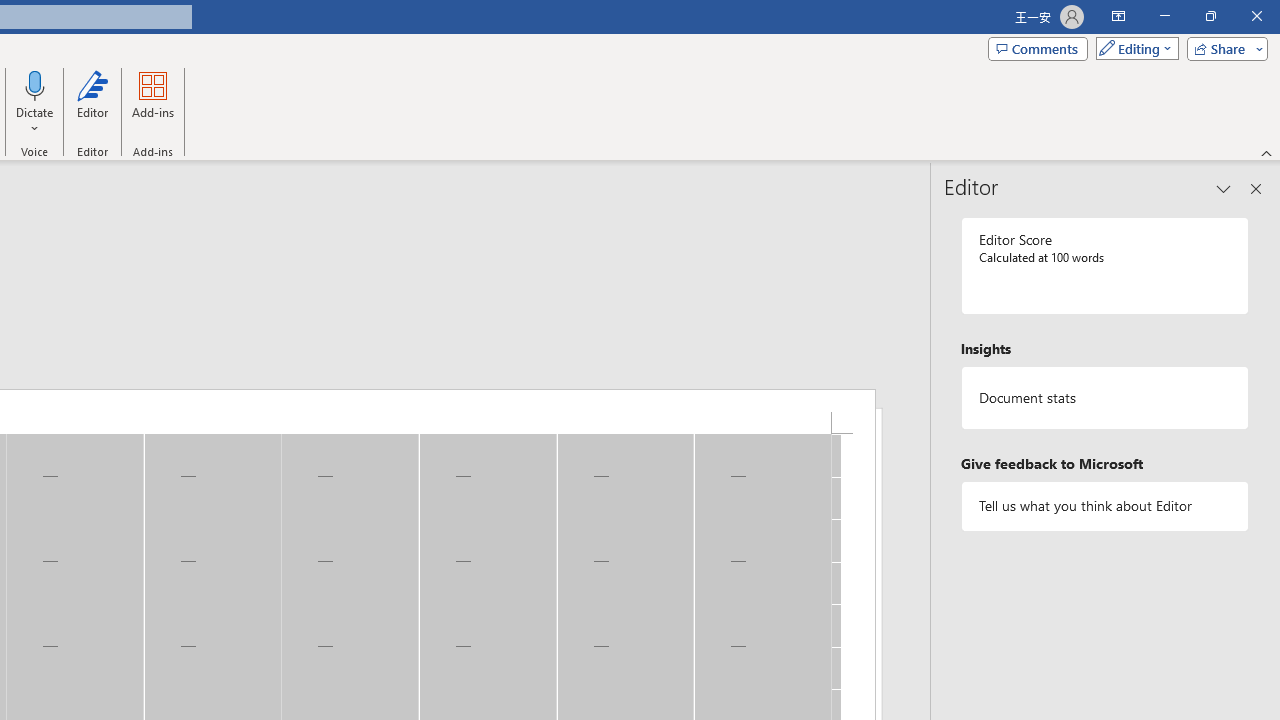 This screenshot has width=1280, height=720. What do you see at coordinates (35, 84) in the screenshot?
I see `'Dictate'` at bounding box center [35, 84].